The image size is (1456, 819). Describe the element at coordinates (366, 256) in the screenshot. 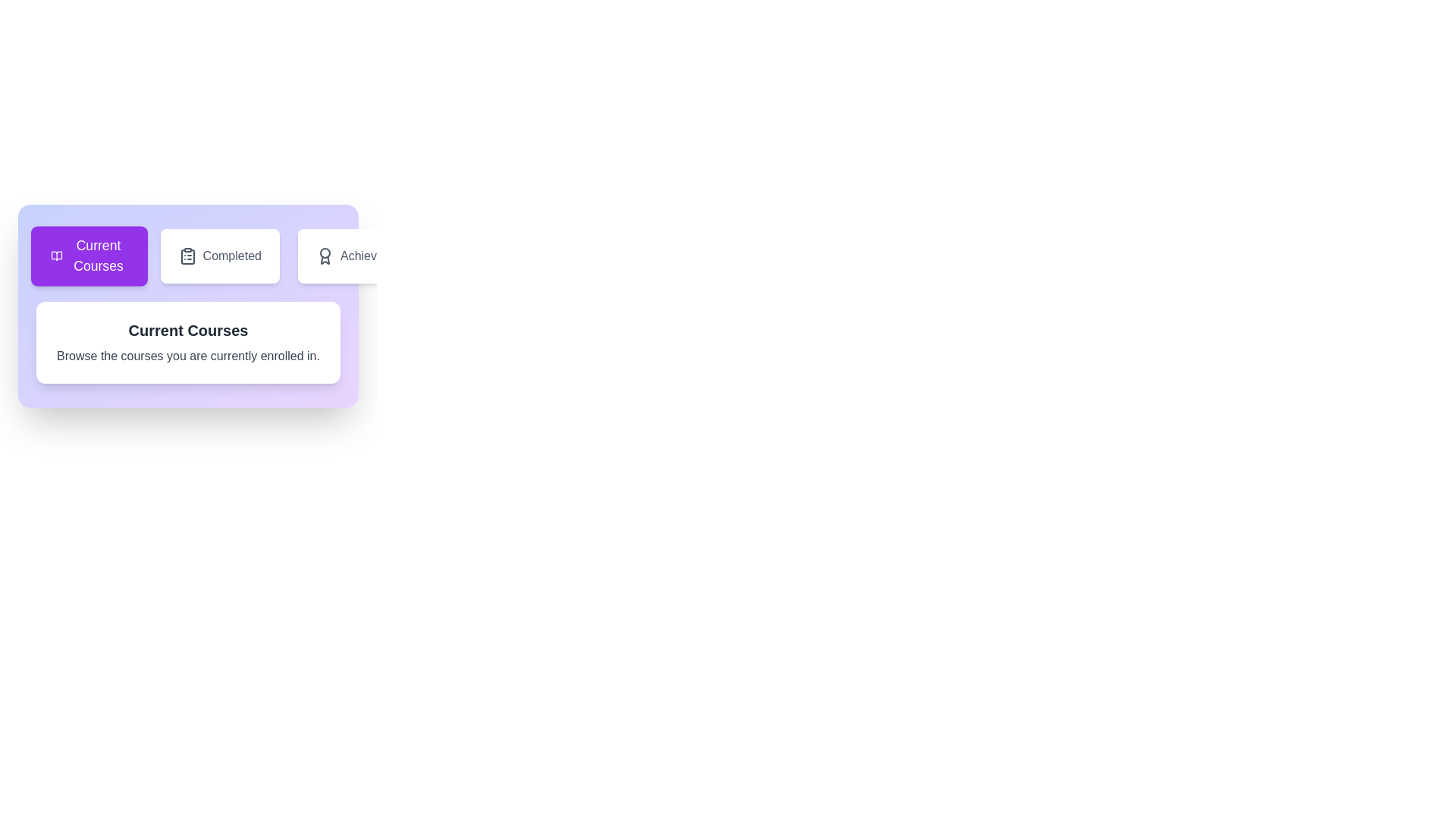

I see `the tab labeled Achievements to preview its content` at that location.